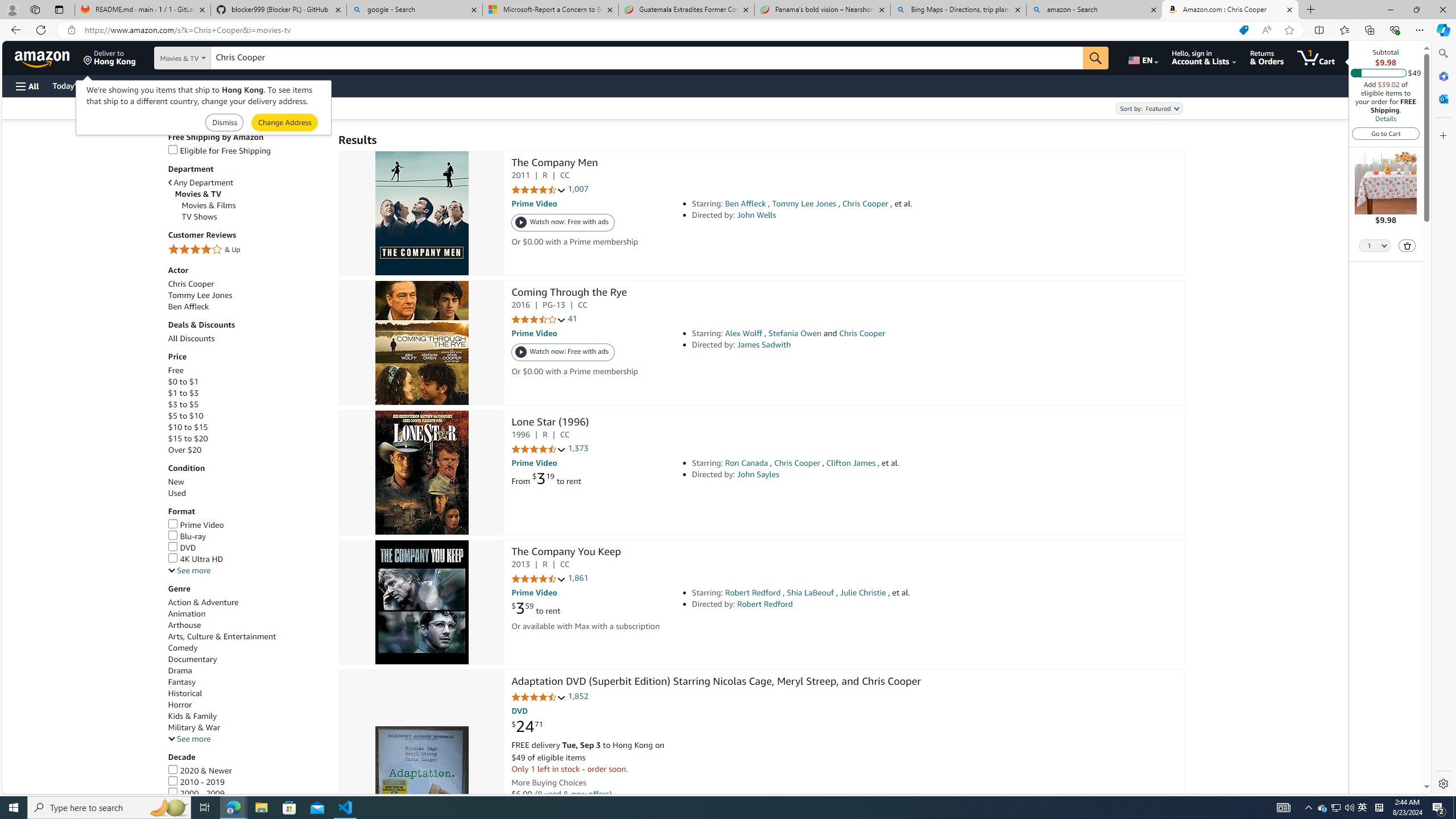 This screenshot has height=819, width=1456. Describe the element at coordinates (176, 493) in the screenshot. I see `'Used'` at that location.